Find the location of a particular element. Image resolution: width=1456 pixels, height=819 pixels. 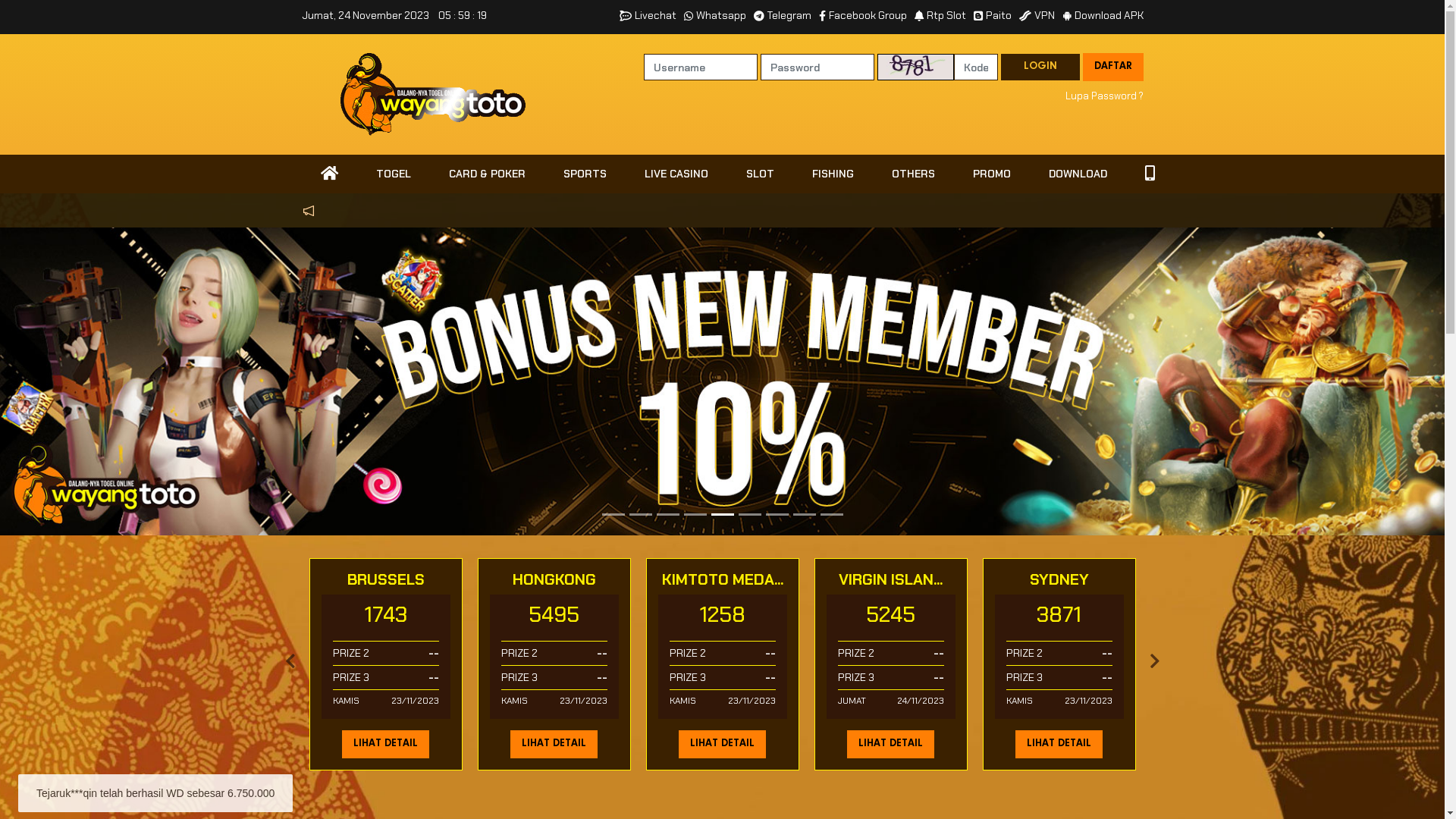

'SLOT' is located at coordinates (759, 173).